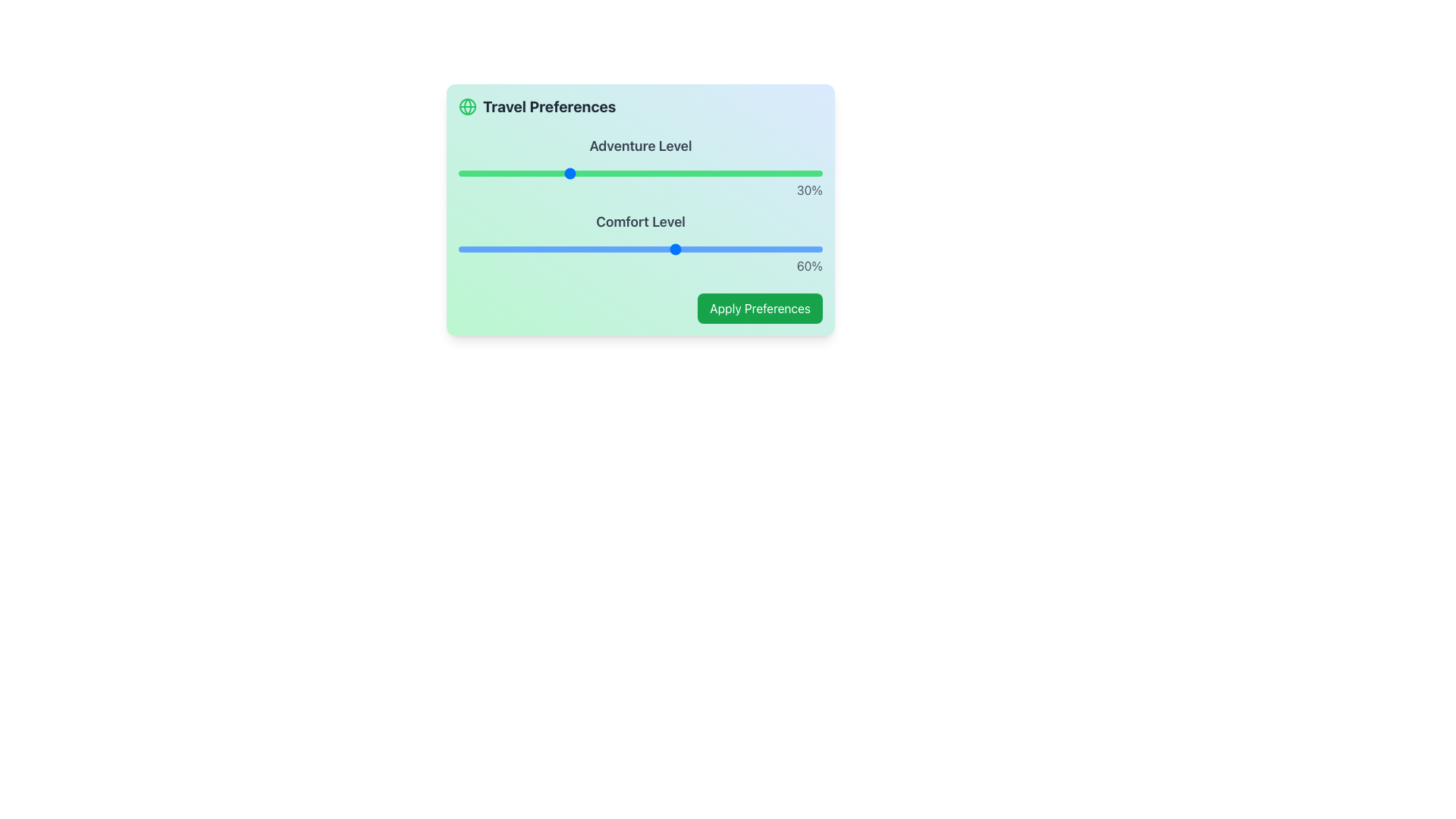  What do you see at coordinates (640, 242) in the screenshot?
I see `percentage value displayed on the 'Comfort Level' slider, which shows '60%' to understand the current comfort level setting` at bounding box center [640, 242].